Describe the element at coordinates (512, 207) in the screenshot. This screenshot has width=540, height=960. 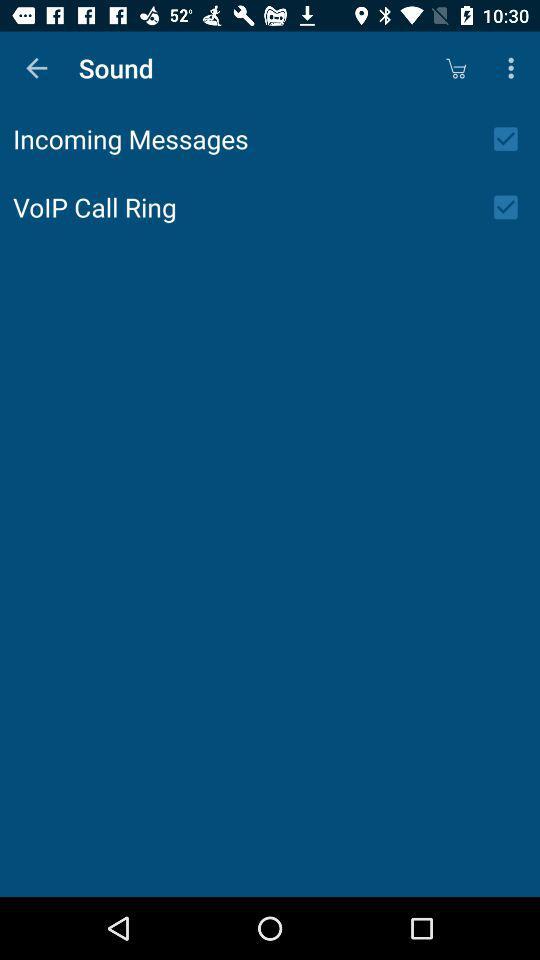
I see `ring off/on` at that location.